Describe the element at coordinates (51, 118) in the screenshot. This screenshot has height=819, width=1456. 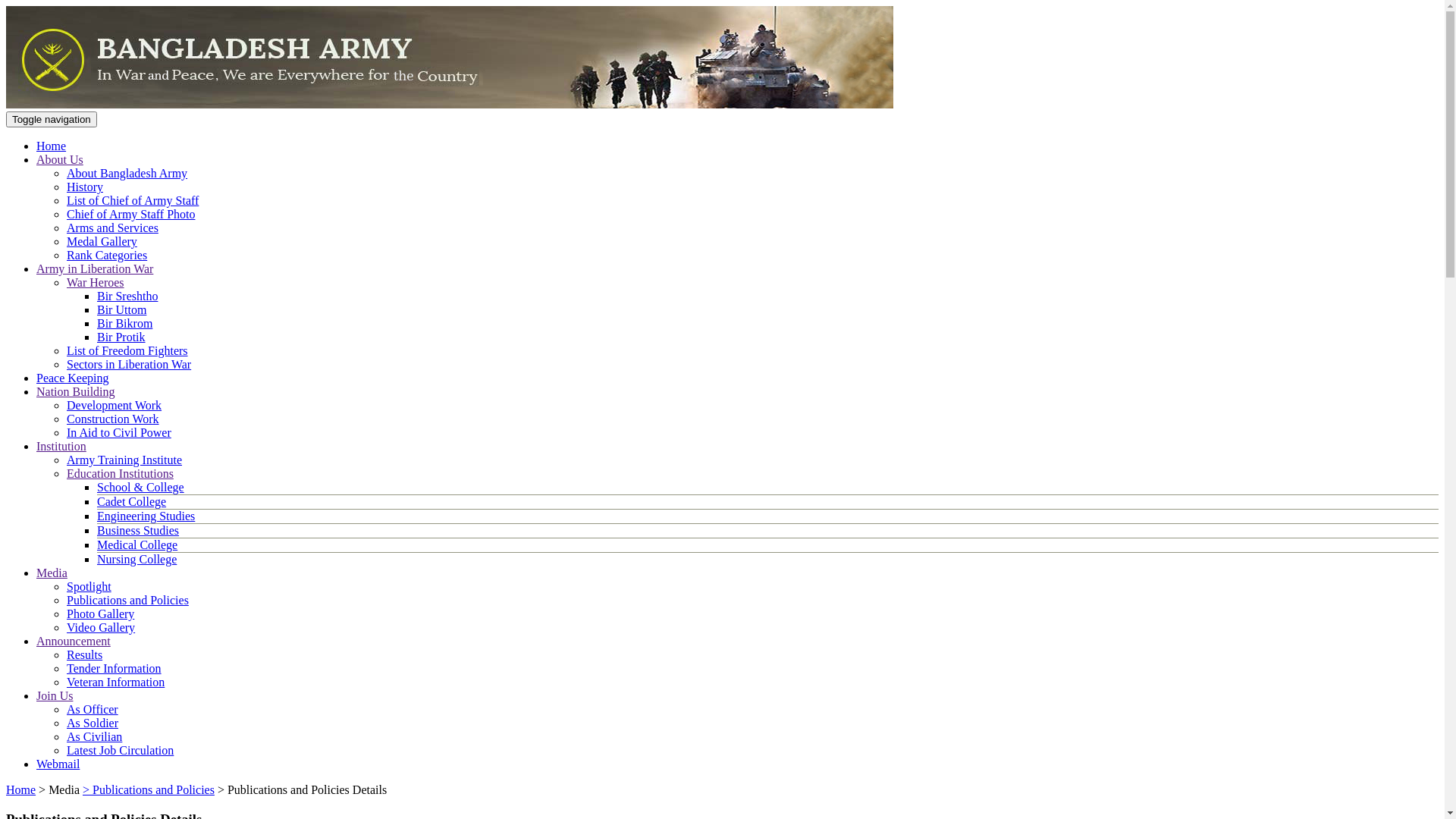
I see `'Toggle navigation'` at that location.